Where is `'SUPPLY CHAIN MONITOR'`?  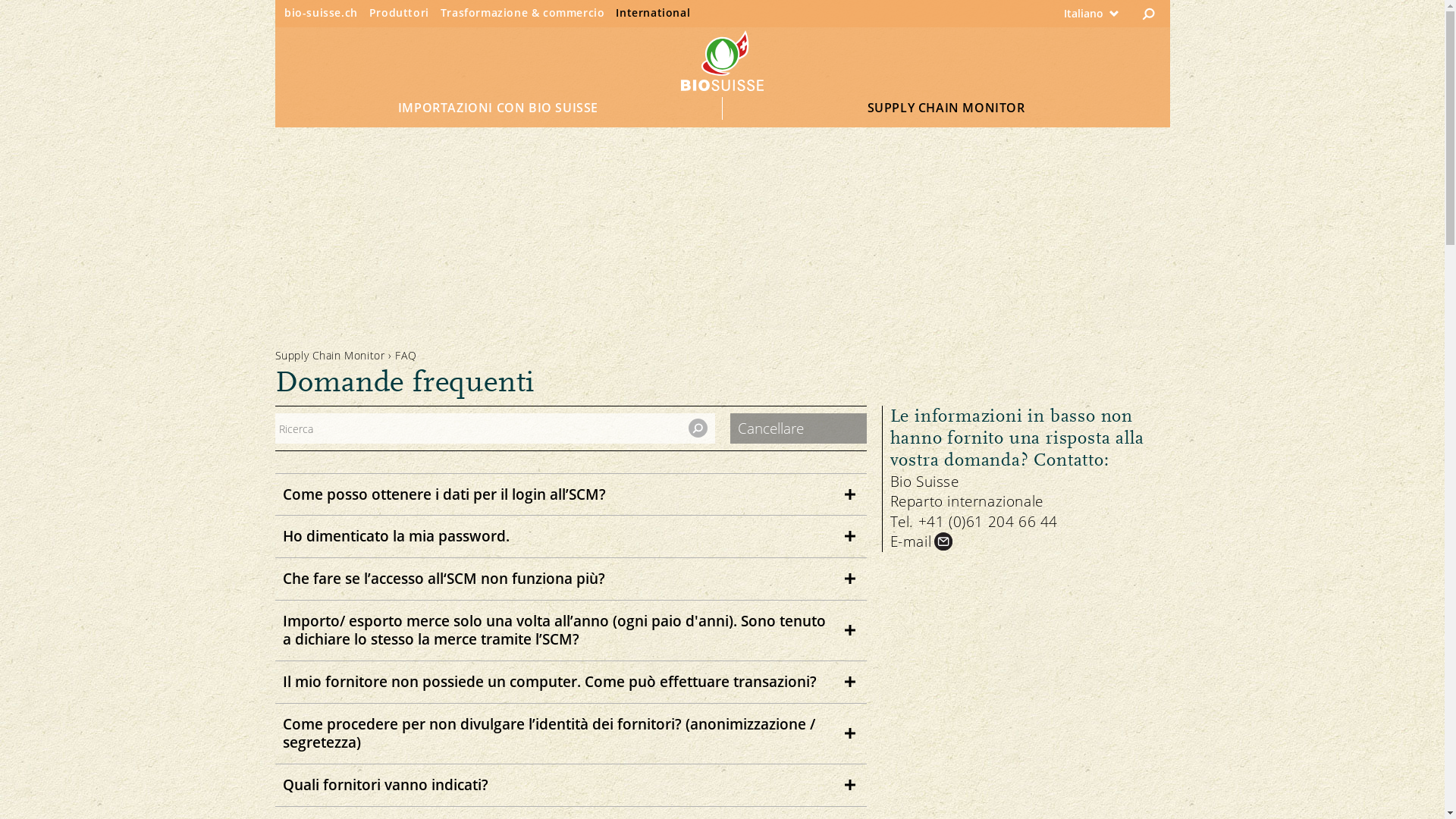 'SUPPLY CHAIN MONITOR' is located at coordinates (945, 107).